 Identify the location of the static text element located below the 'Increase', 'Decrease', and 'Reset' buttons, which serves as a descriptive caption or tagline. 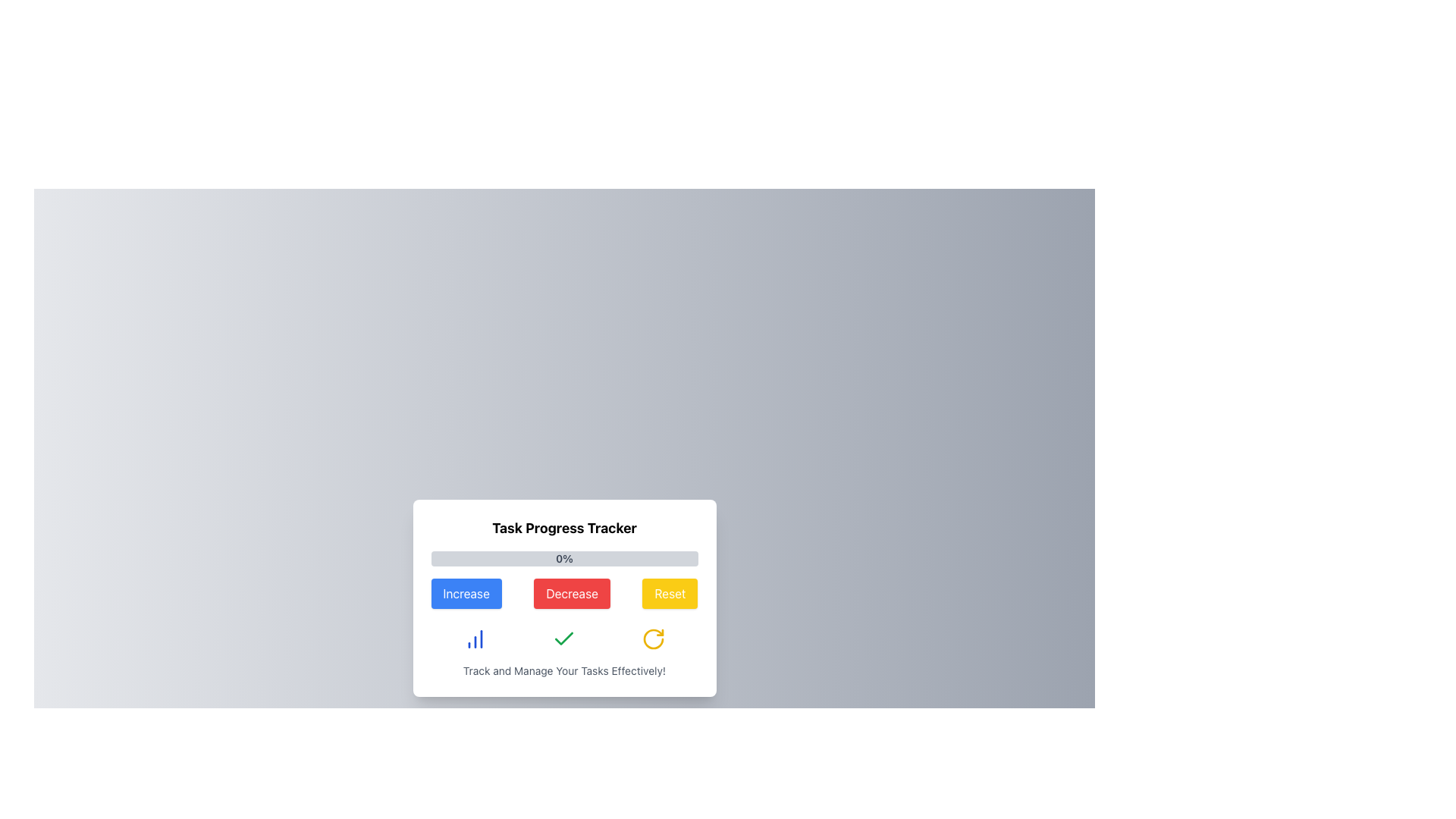
(563, 670).